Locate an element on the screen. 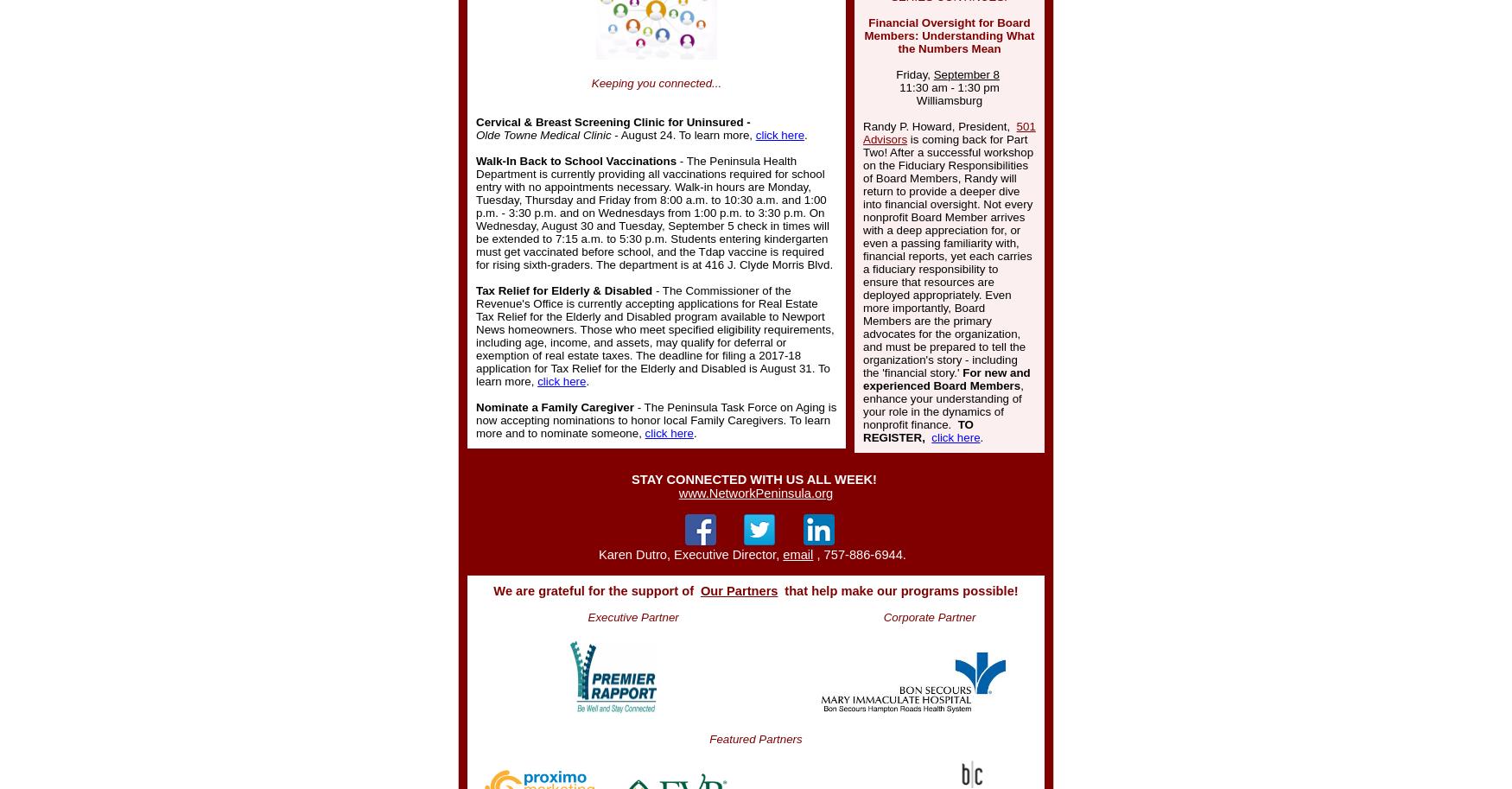 Image resolution: width=1512 pixels, height=789 pixels. 'Olde Towne Medical Clinic' is located at coordinates (542, 134).